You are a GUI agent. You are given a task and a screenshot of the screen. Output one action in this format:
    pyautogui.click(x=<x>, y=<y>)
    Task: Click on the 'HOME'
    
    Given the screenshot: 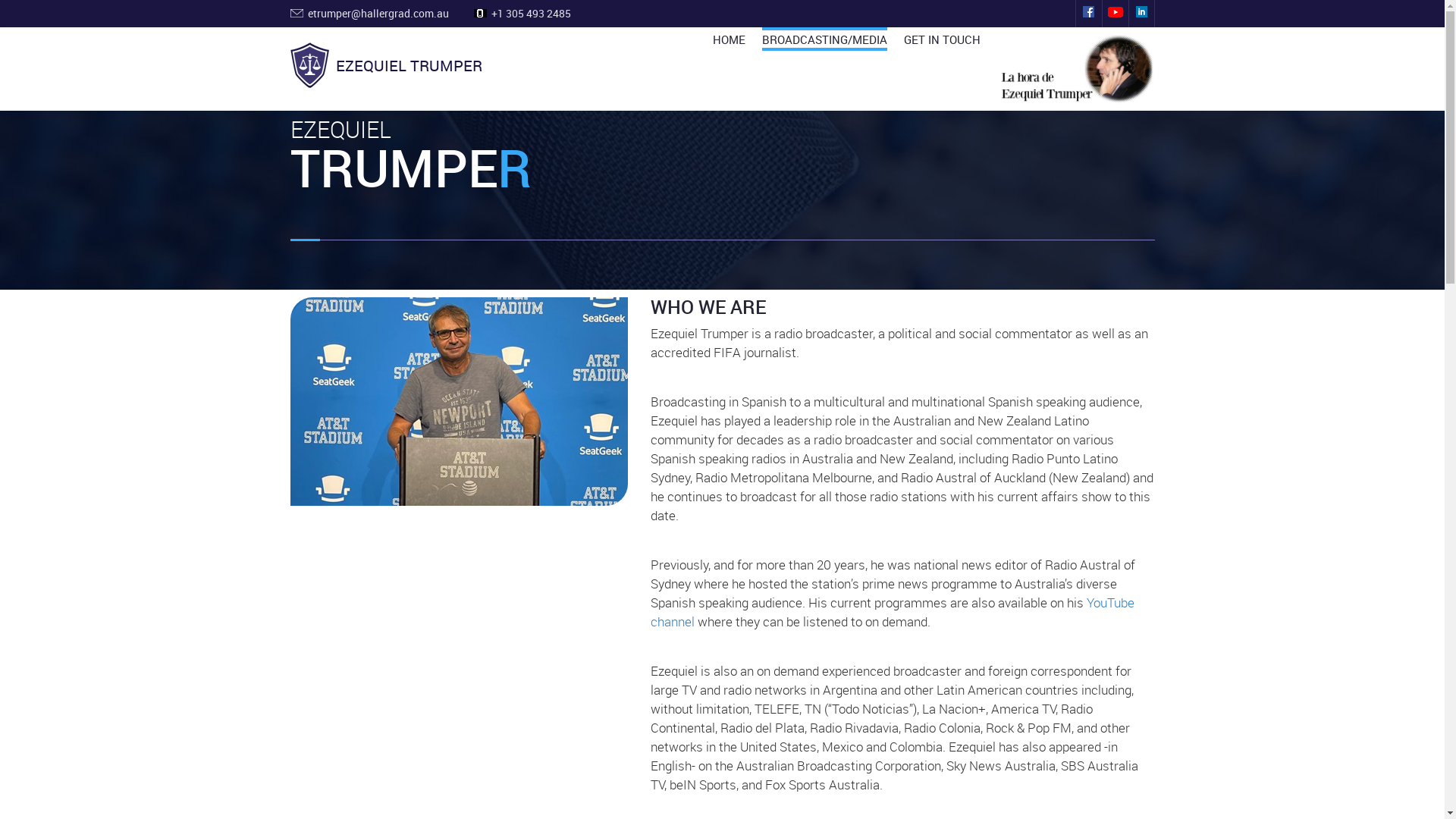 What is the action you would take?
    pyautogui.click(x=729, y=38)
    